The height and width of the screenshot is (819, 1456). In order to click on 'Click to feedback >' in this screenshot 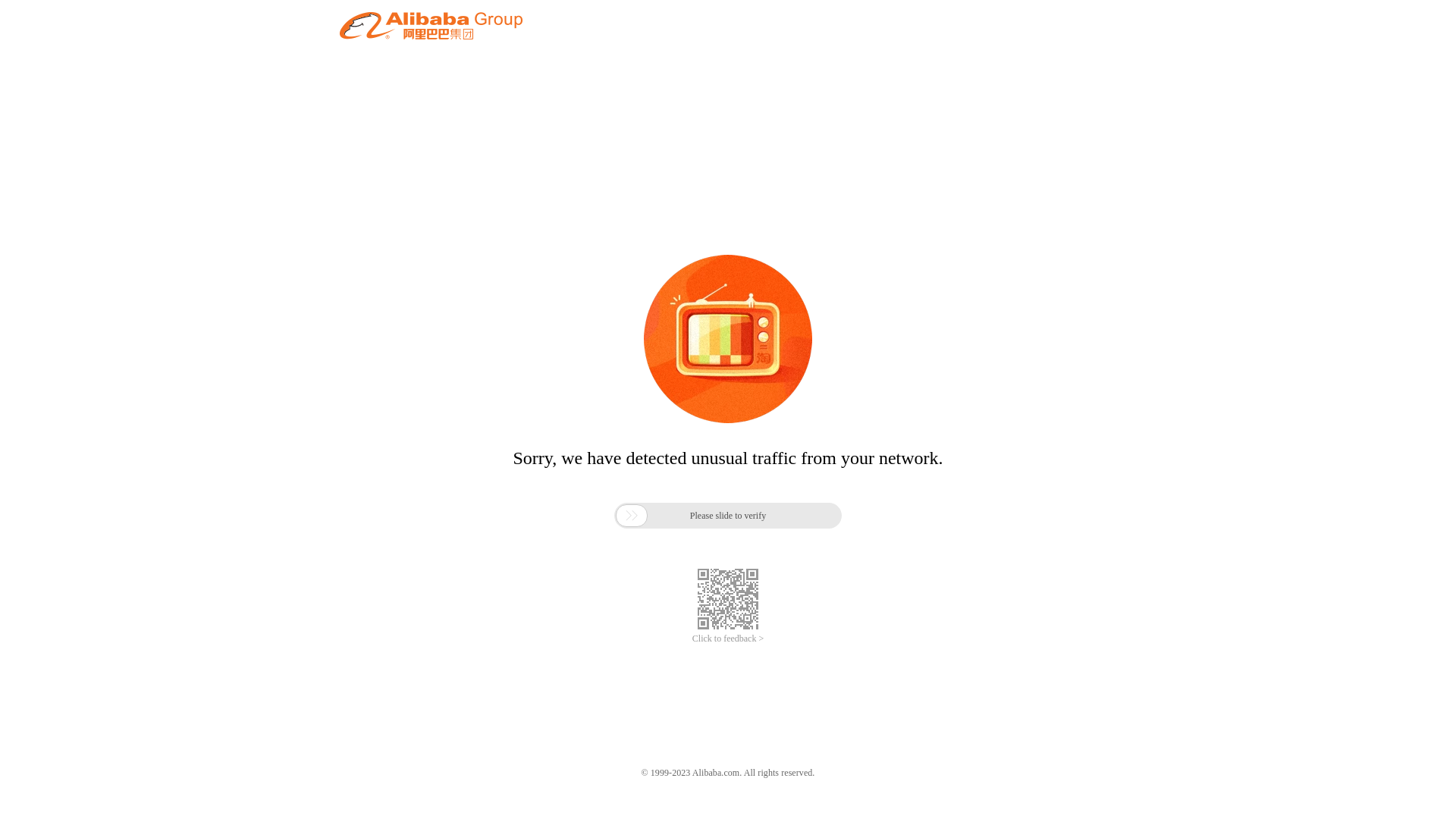, I will do `click(691, 639)`.